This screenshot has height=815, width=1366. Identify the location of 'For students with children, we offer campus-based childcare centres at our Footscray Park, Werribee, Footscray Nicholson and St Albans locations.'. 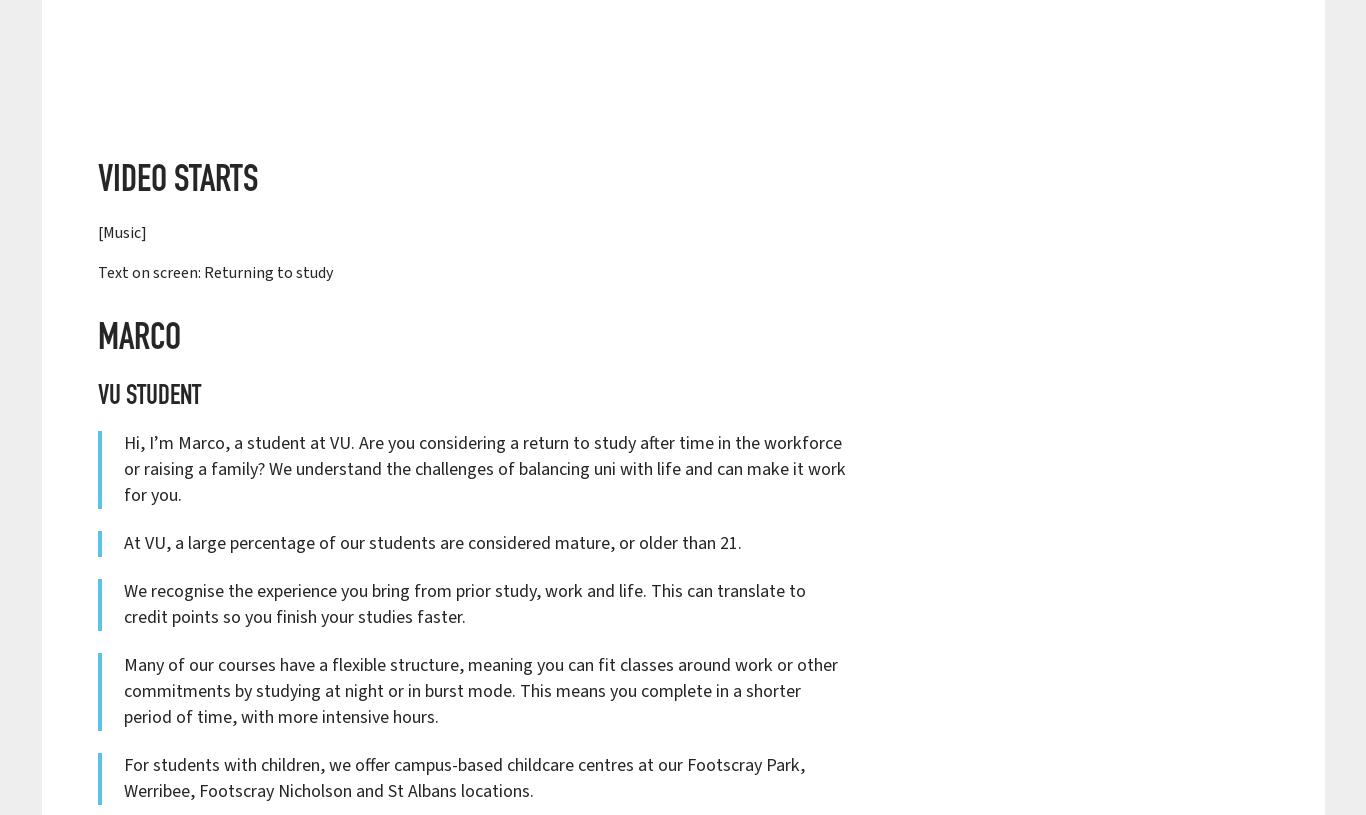
(464, 778).